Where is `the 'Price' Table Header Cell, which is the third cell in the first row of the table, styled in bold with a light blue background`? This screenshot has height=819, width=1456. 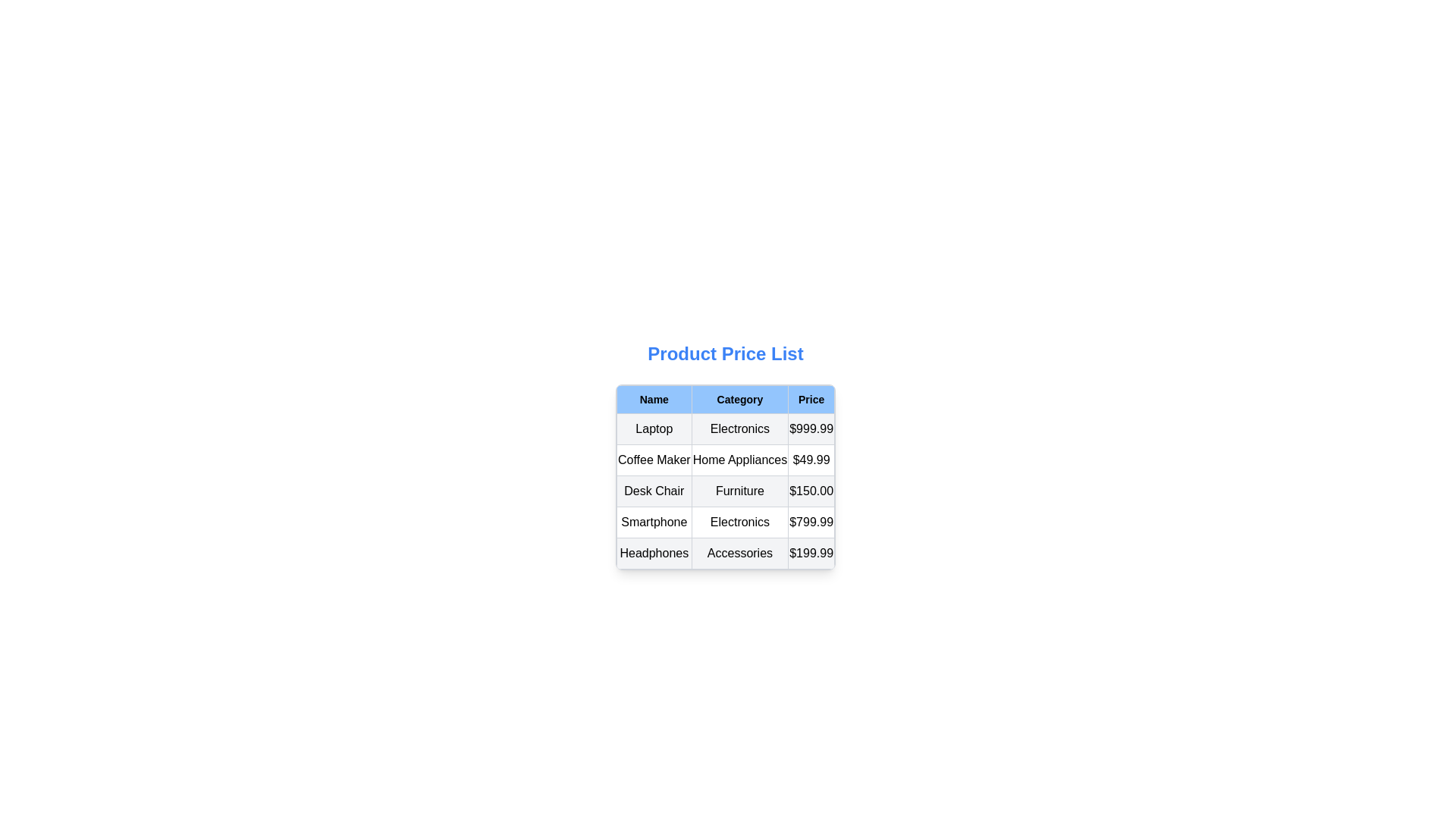
the 'Price' Table Header Cell, which is the third cell in the first row of the table, styled in bold with a light blue background is located at coordinates (811, 399).